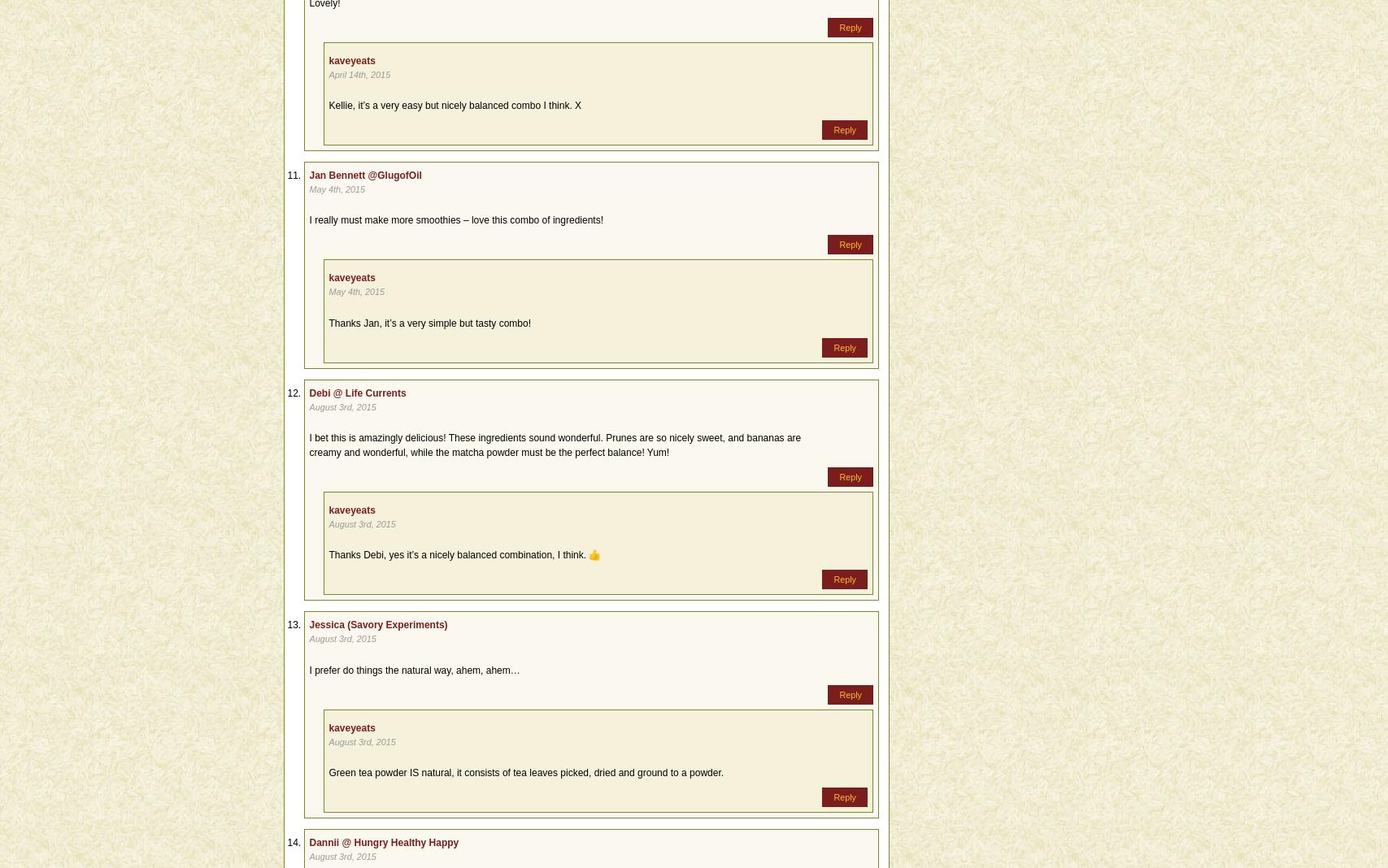 The image size is (1388, 868). I want to click on 'I bet this is amazingly delicious! These ingredients sound wonderful. Prunes are so nicely sweet, and bananas are creamy and wonderful, while the matcha powder must be the perfect balance! Yum!', so click(555, 444).